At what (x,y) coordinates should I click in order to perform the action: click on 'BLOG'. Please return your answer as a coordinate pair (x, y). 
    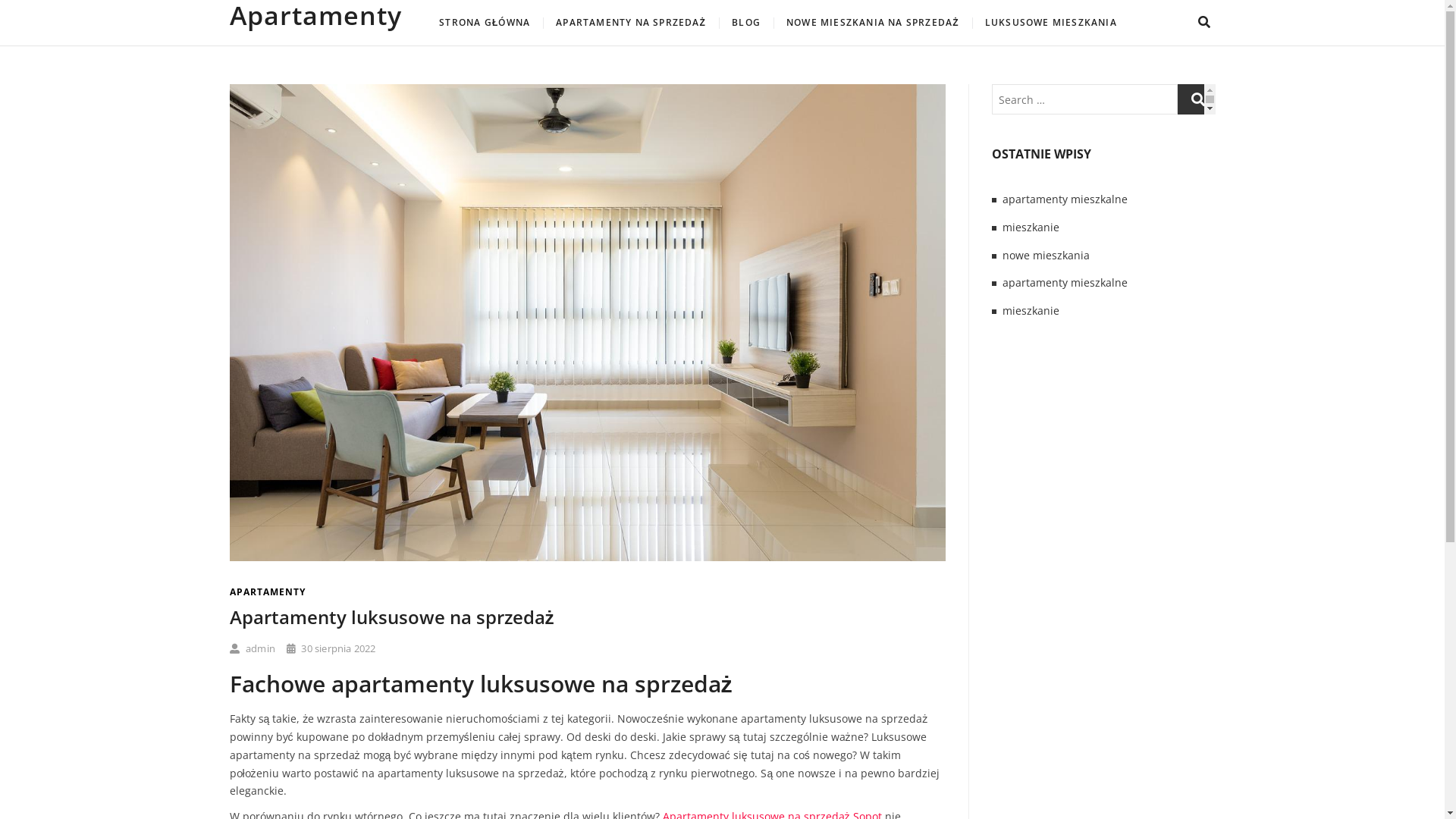
    Looking at the image, I should click on (745, 23).